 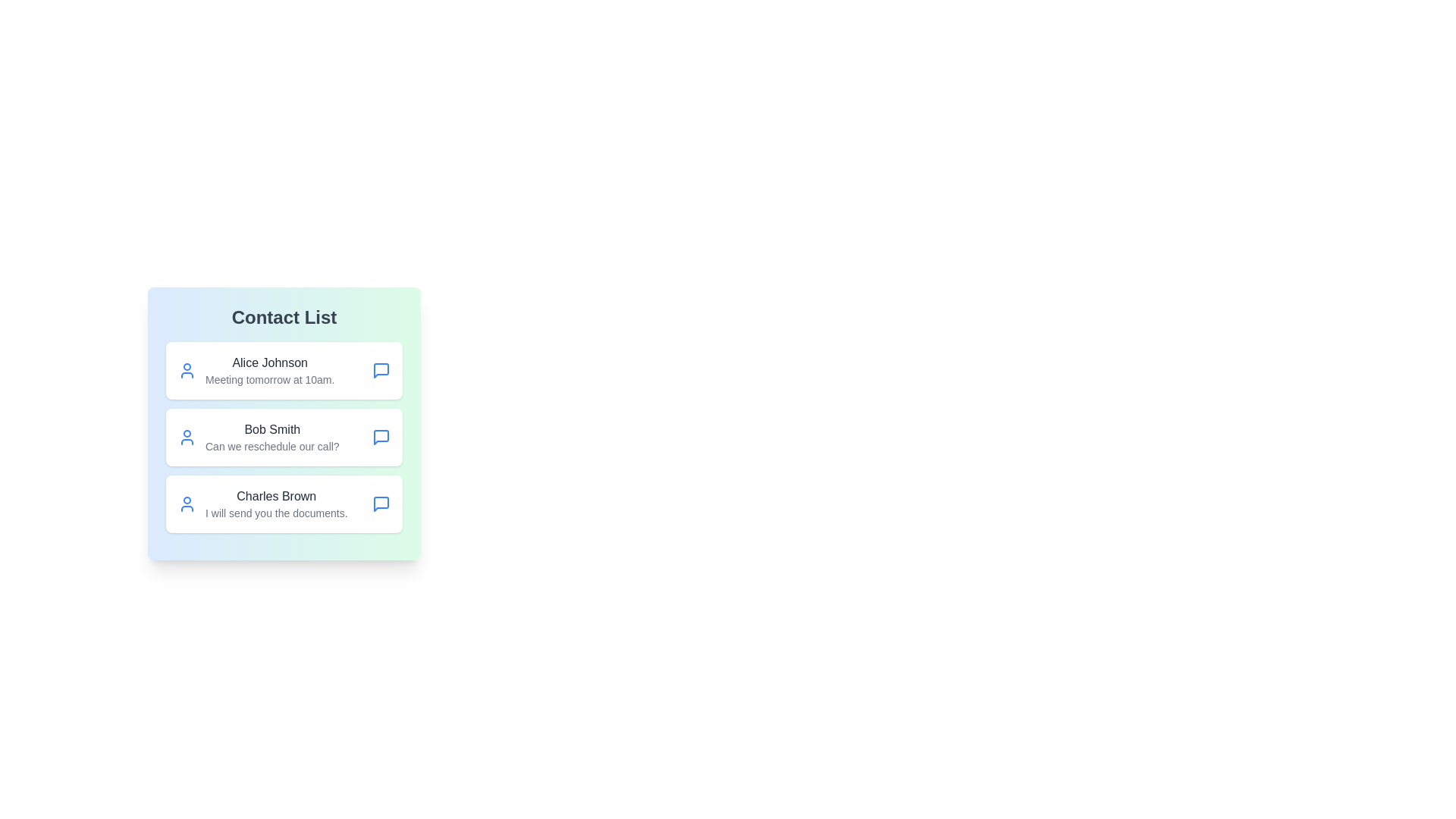 What do you see at coordinates (381, 504) in the screenshot?
I see `the chat icon associated with Charles Brown to initiate a conversation` at bounding box center [381, 504].